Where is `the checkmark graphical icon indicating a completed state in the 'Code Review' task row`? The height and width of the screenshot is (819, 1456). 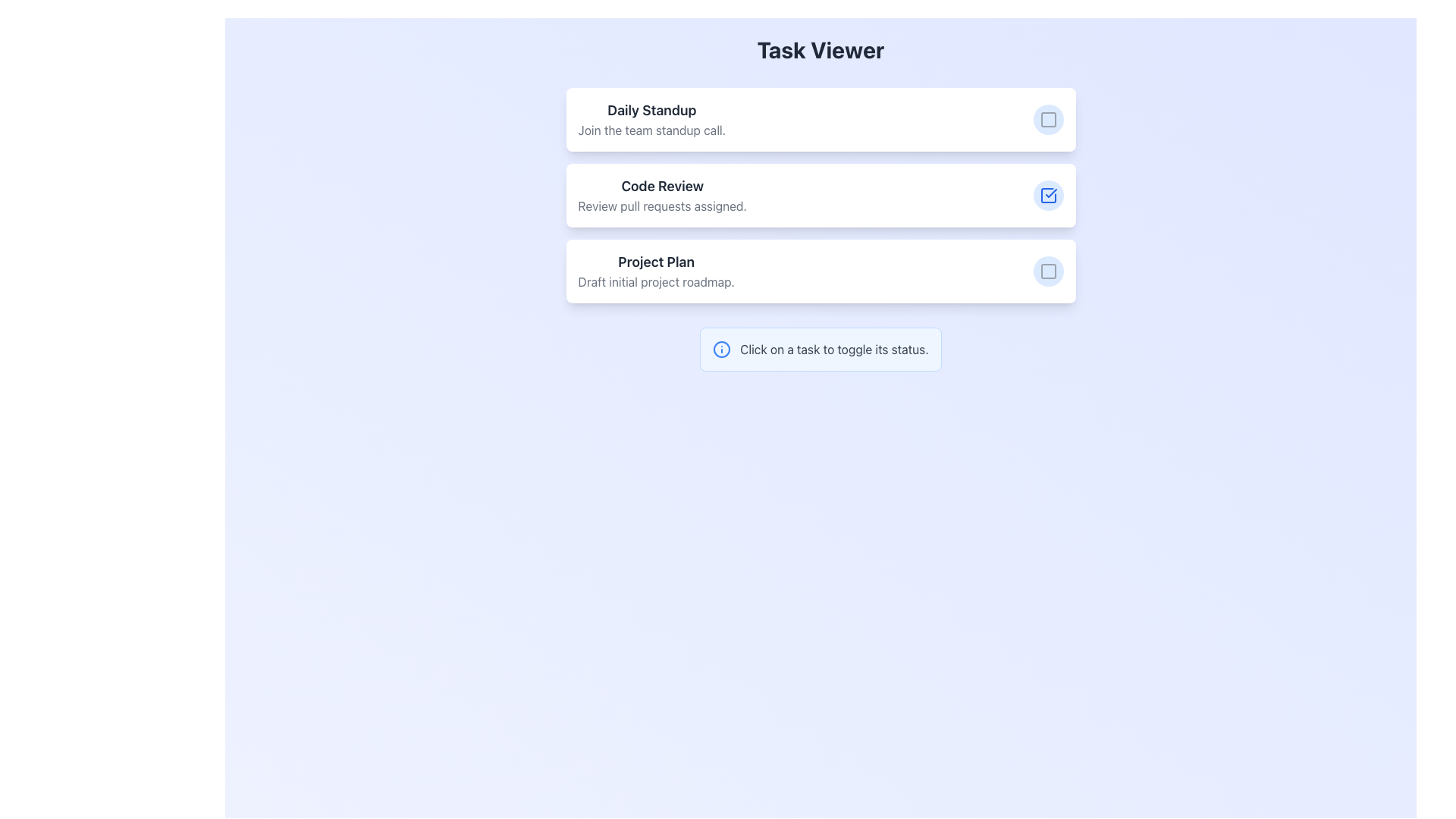 the checkmark graphical icon indicating a completed state in the 'Code Review' task row is located at coordinates (1050, 192).